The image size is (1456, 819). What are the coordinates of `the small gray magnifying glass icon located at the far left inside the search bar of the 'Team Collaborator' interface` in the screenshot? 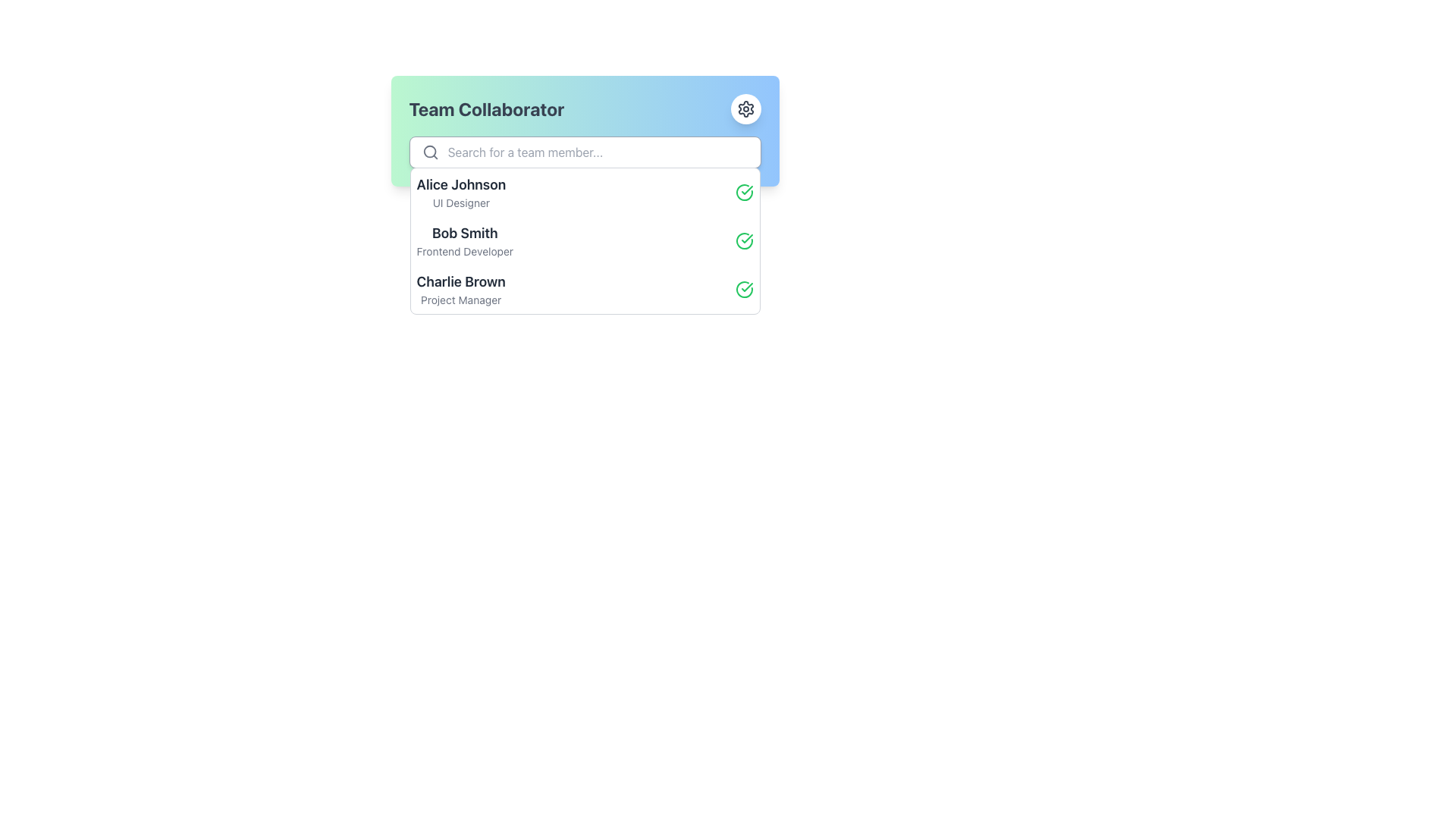 It's located at (429, 152).